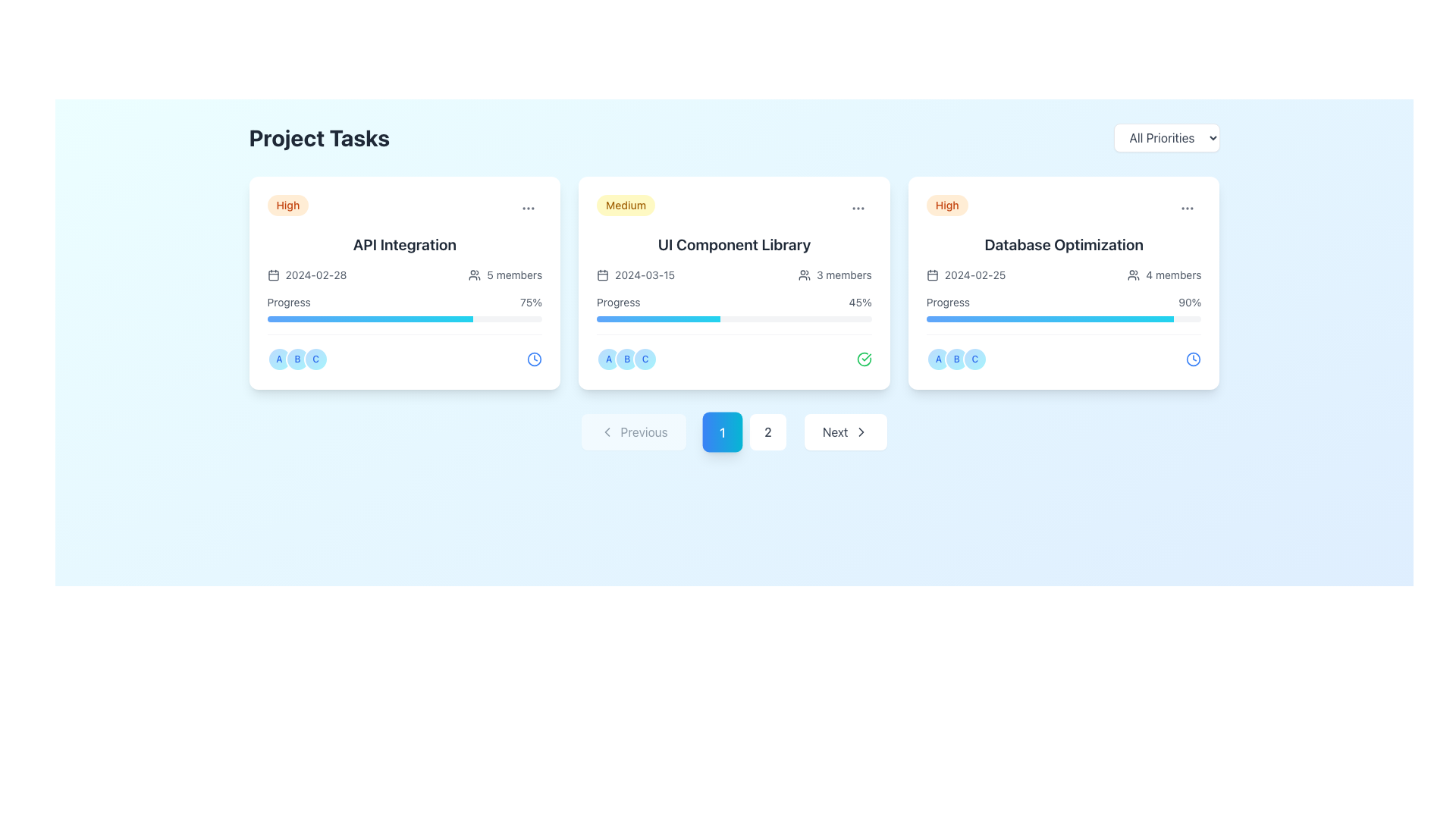 Image resolution: width=1456 pixels, height=819 pixels. Describe the element at coordinates (531, 302) in the screenshot. I see `informational text displaying the progress percentage ('75%') for the task labeled as 'API Integration', located within the card titled 'API Integration' in the 'Project Tasks' interface, to the right of the 'Progress' label and above the progress bar` at that location.